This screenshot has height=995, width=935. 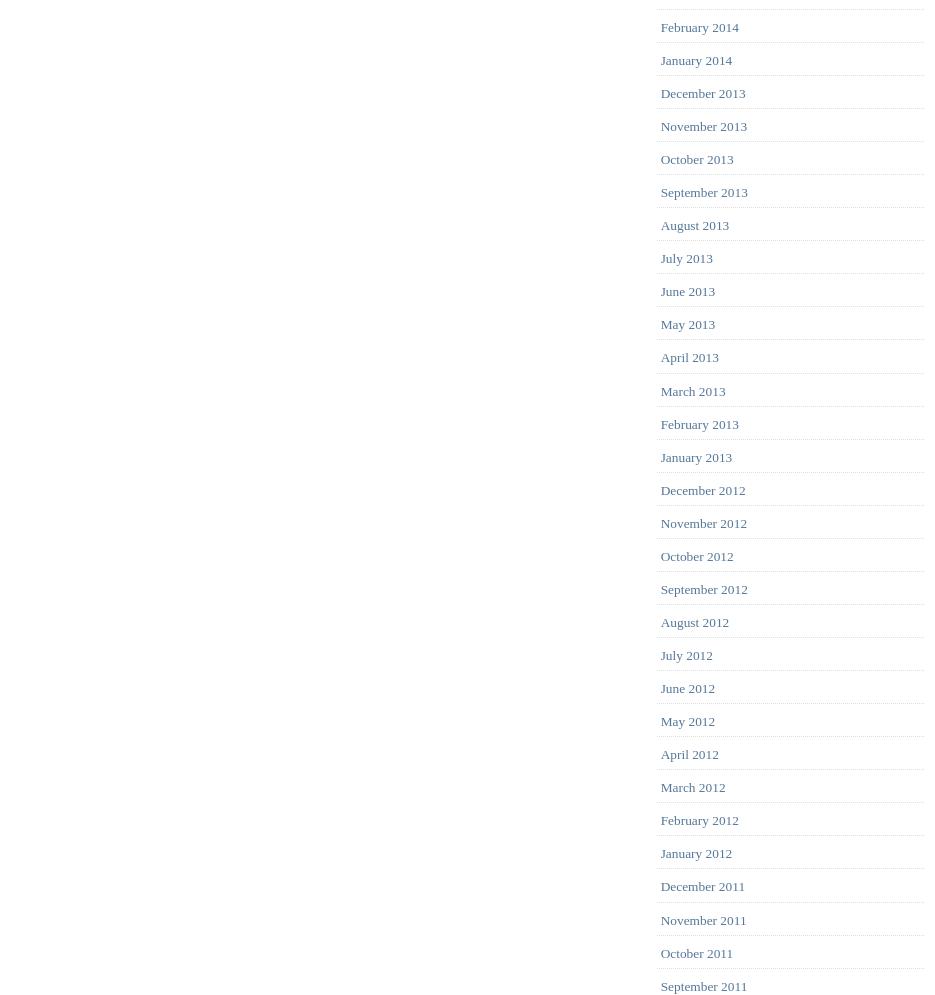 What do you see at coordinates (686, 324) in the screenshot?
I see `'May 2013'` at bounding box center [686, 324].